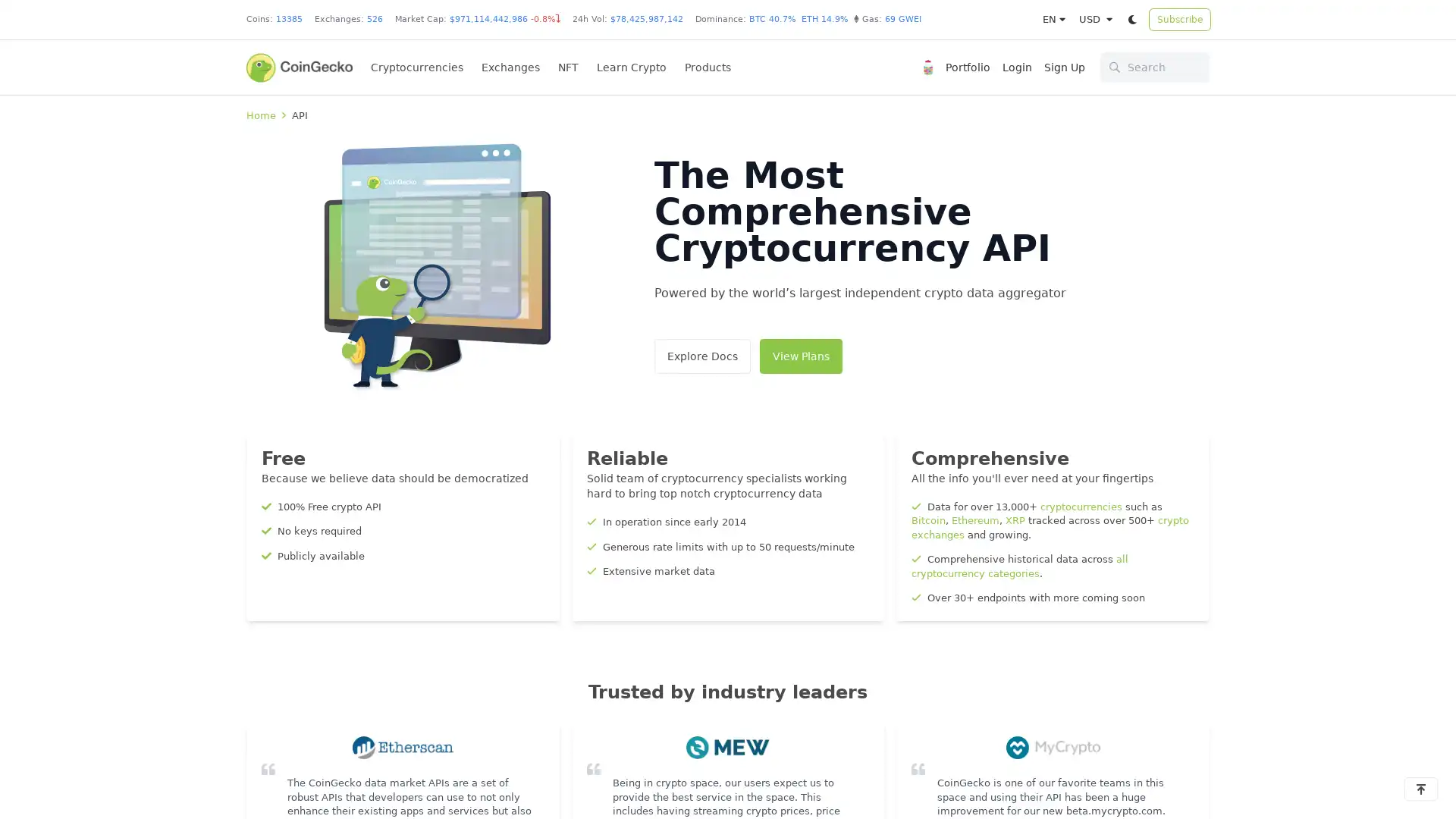 This screenshot has width=1456, height=819. Describe the element at coordinates (1178, 20) in the screenshot. I see `Subscribe` at that location.